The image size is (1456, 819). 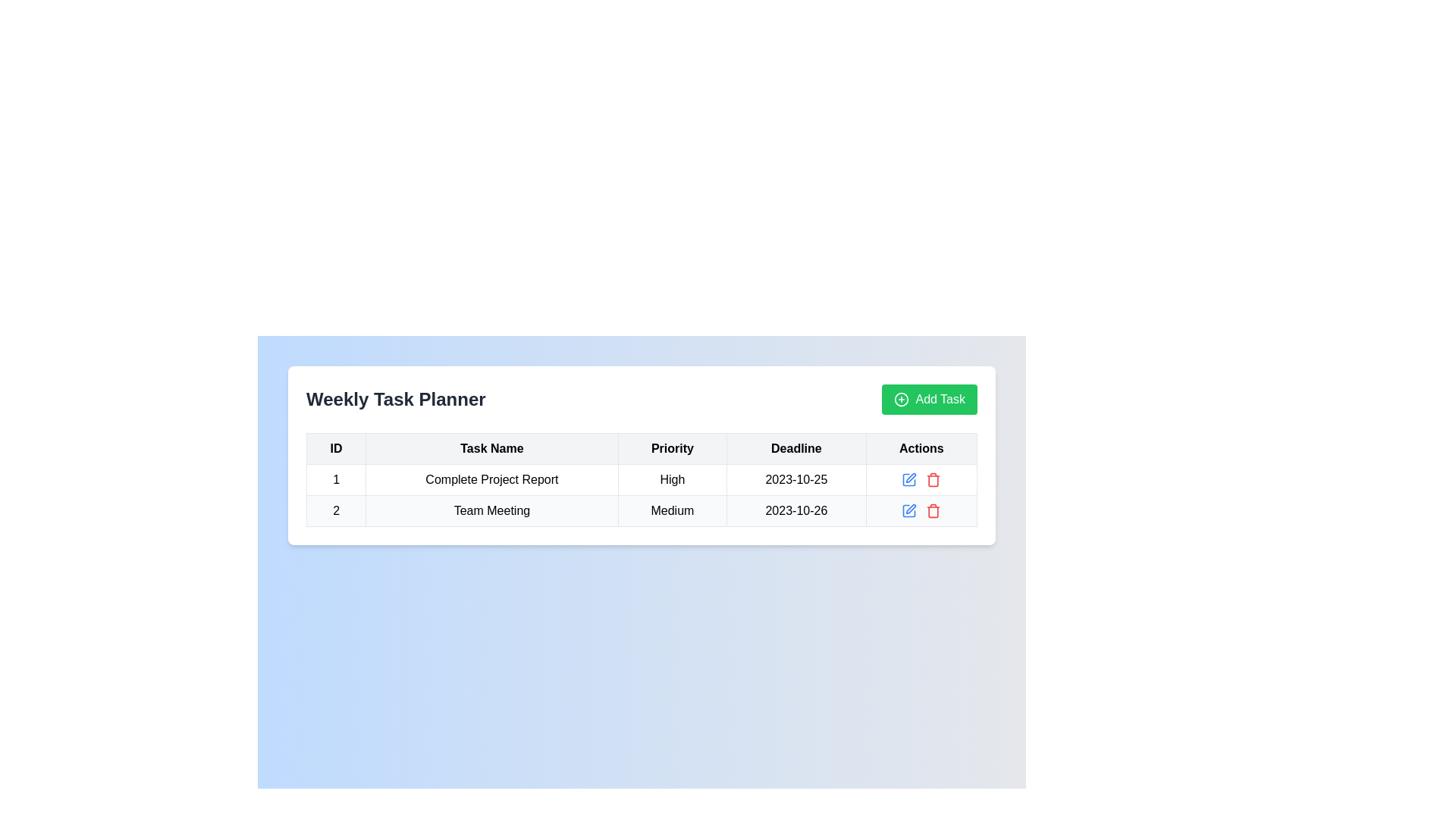 I want to click on the edit icon in the actions column for the task 'Team Meeting' to modify the task, so click(x=921, y=511).